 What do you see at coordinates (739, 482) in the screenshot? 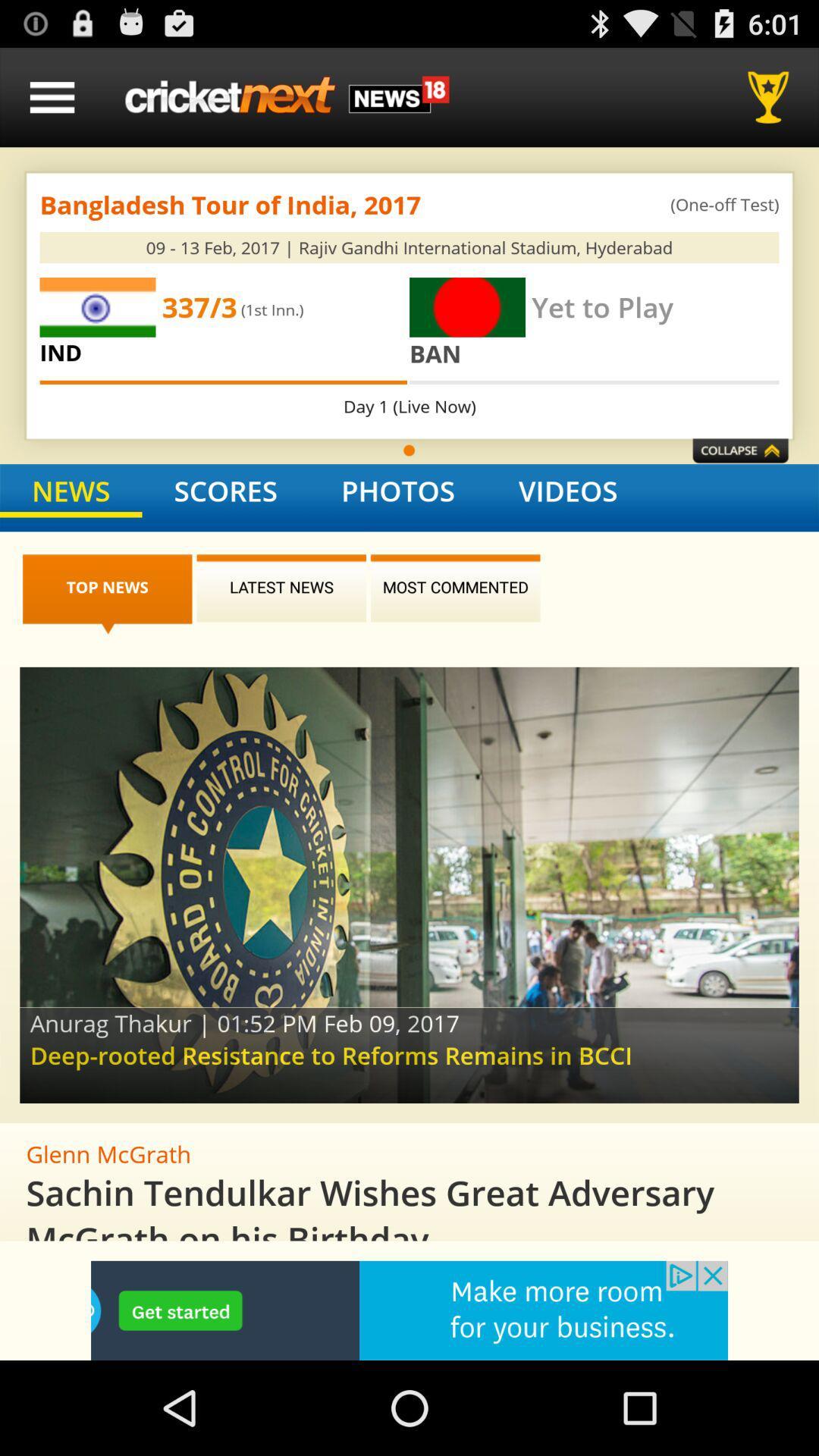
I see `the date_range icon` at bounding box center [739, 482].